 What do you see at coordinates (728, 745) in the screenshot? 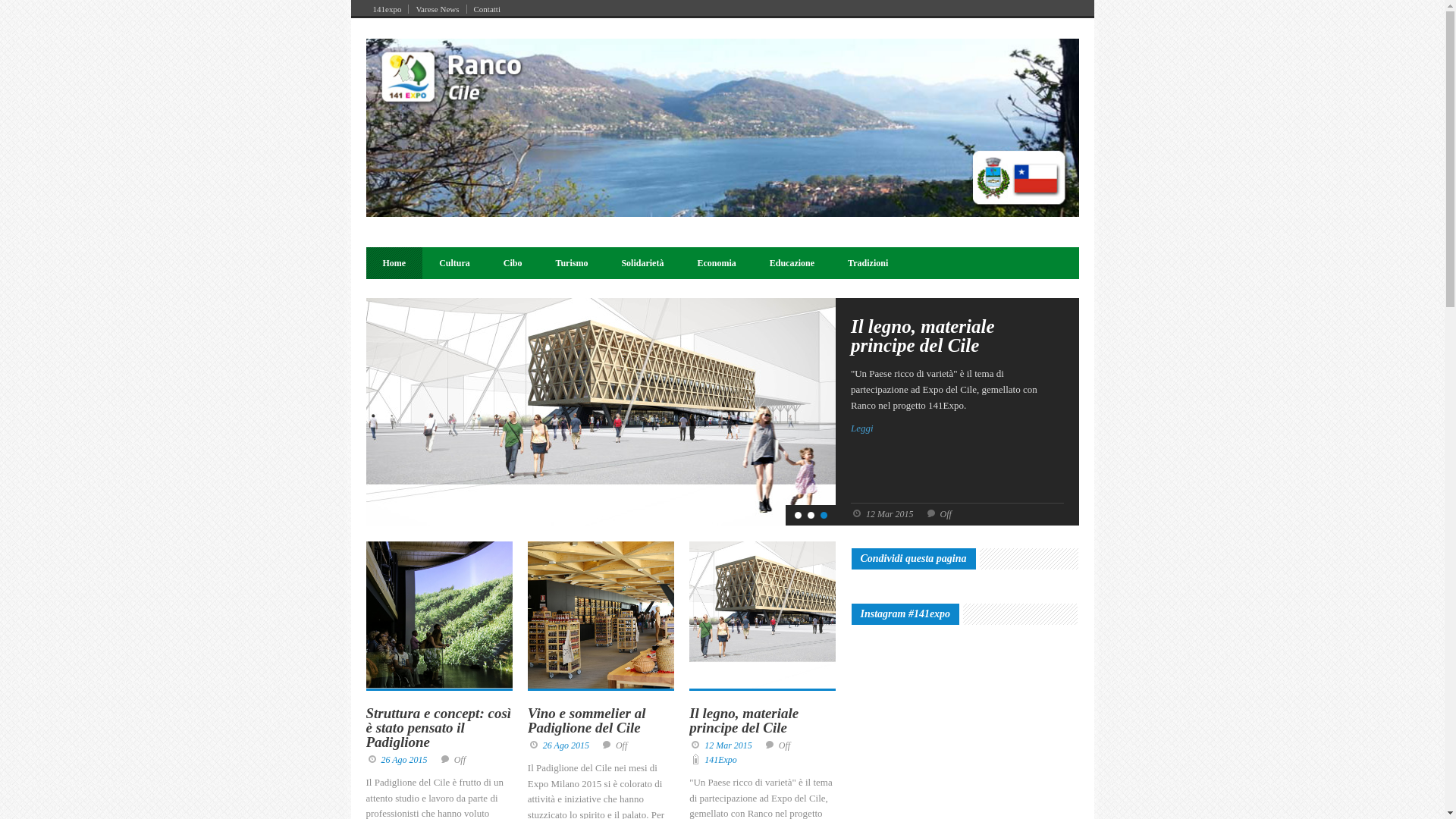
I see `'12 Mar 2015'` at bounding box center [728, 745].